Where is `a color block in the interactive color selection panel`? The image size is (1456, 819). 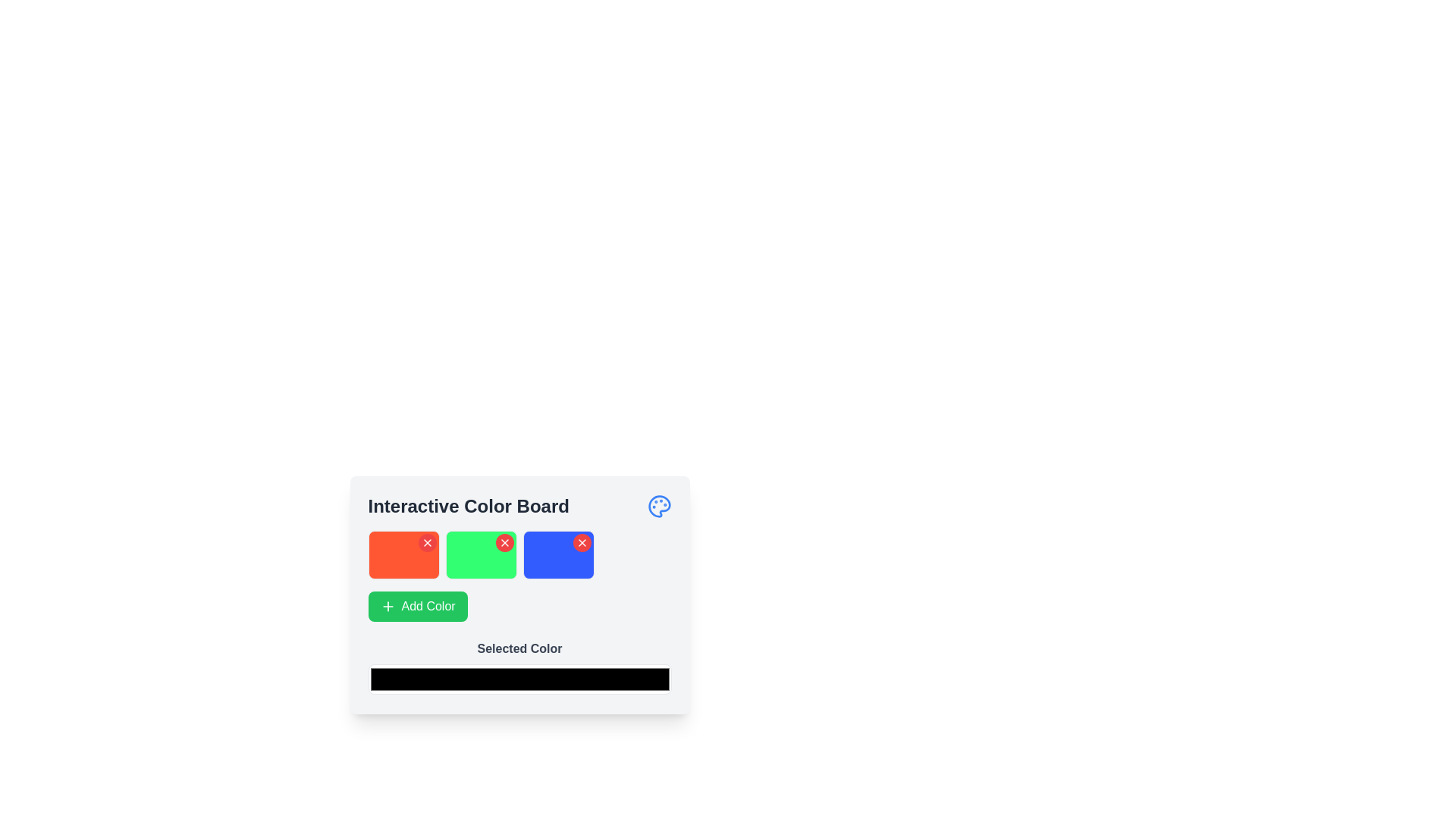
a color block in the interactive color selection panel is located at coordinates (519, 611).